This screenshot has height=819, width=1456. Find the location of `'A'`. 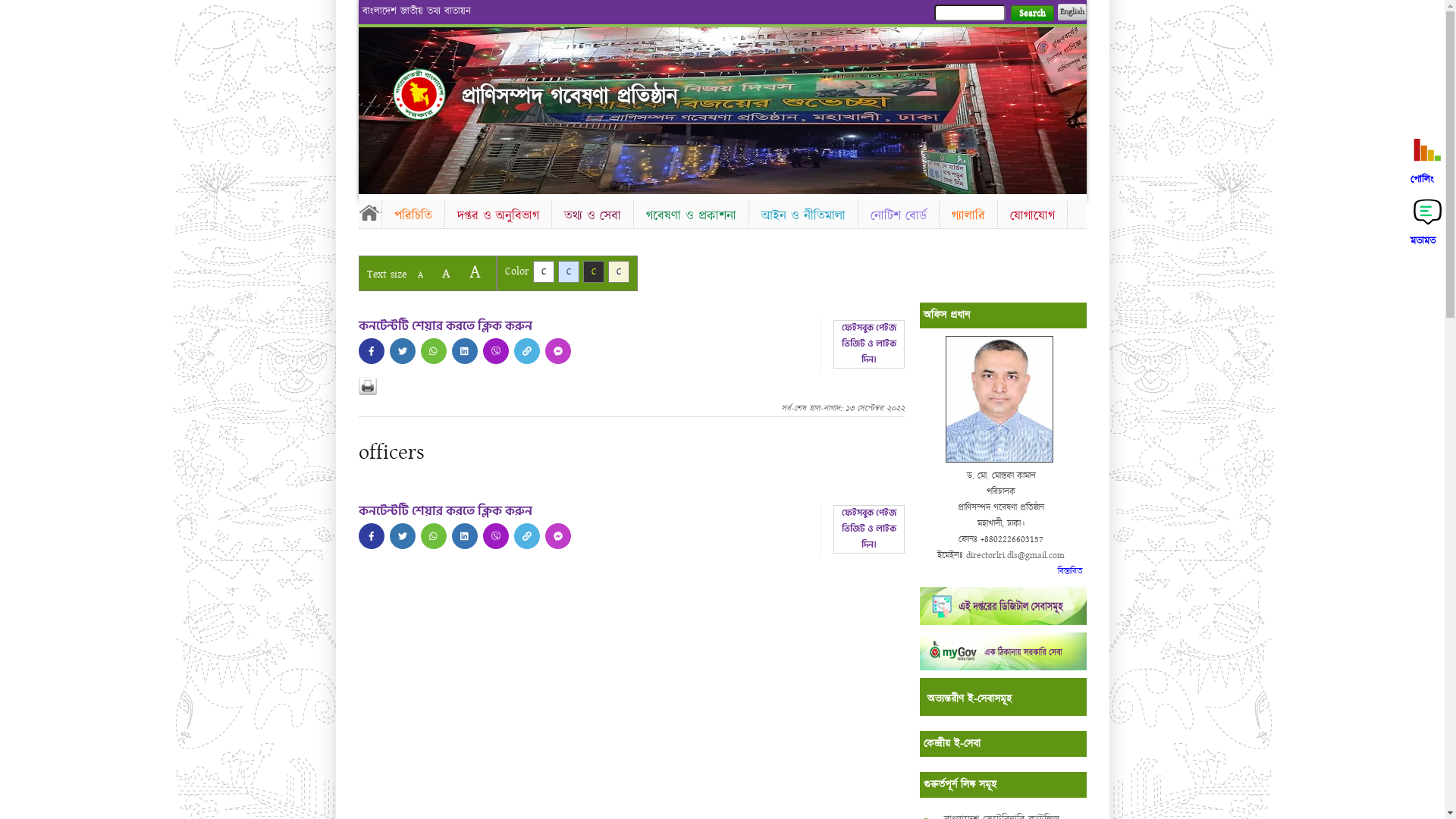

'A' is located at coordinates (419, 275).